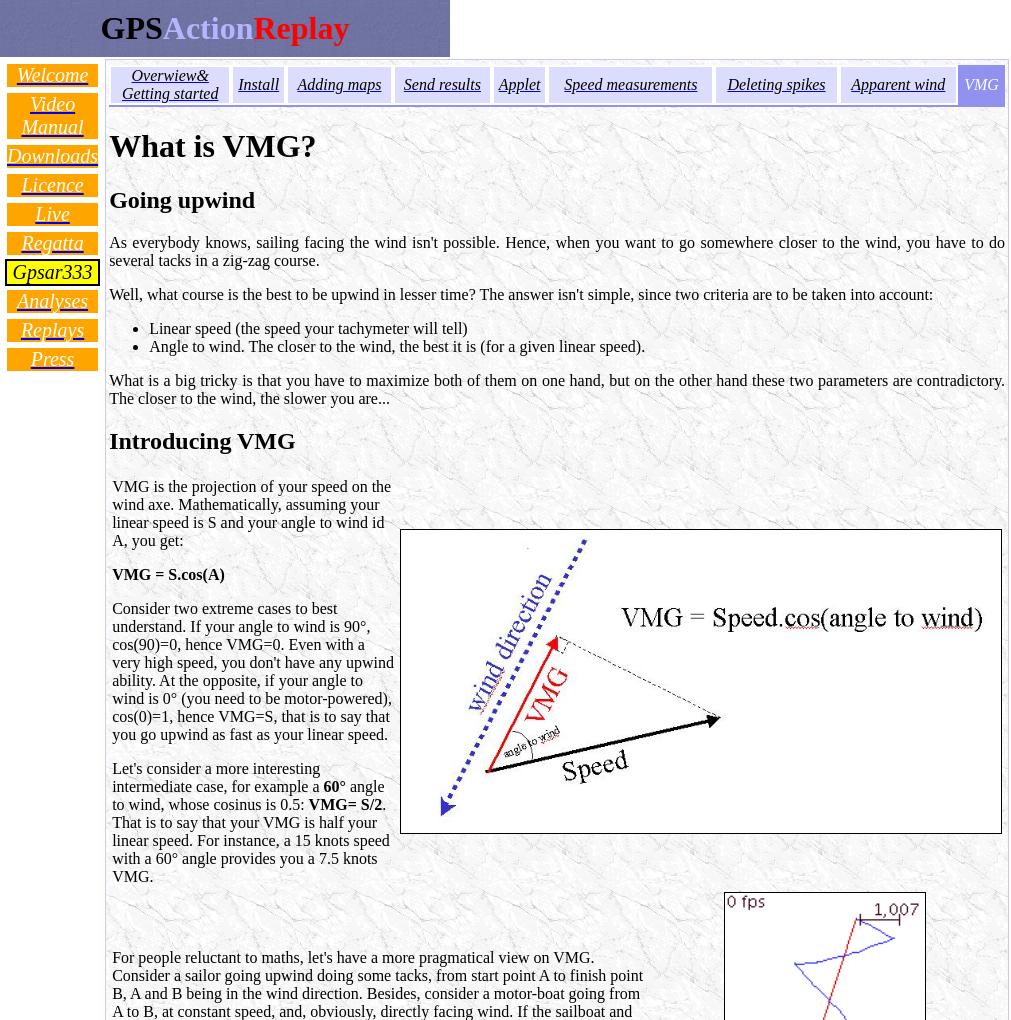 The image size is (1011, 1020). Describe the element at coordinates (51, 155) in the screenshot. I see `'Downloads'` at that location.